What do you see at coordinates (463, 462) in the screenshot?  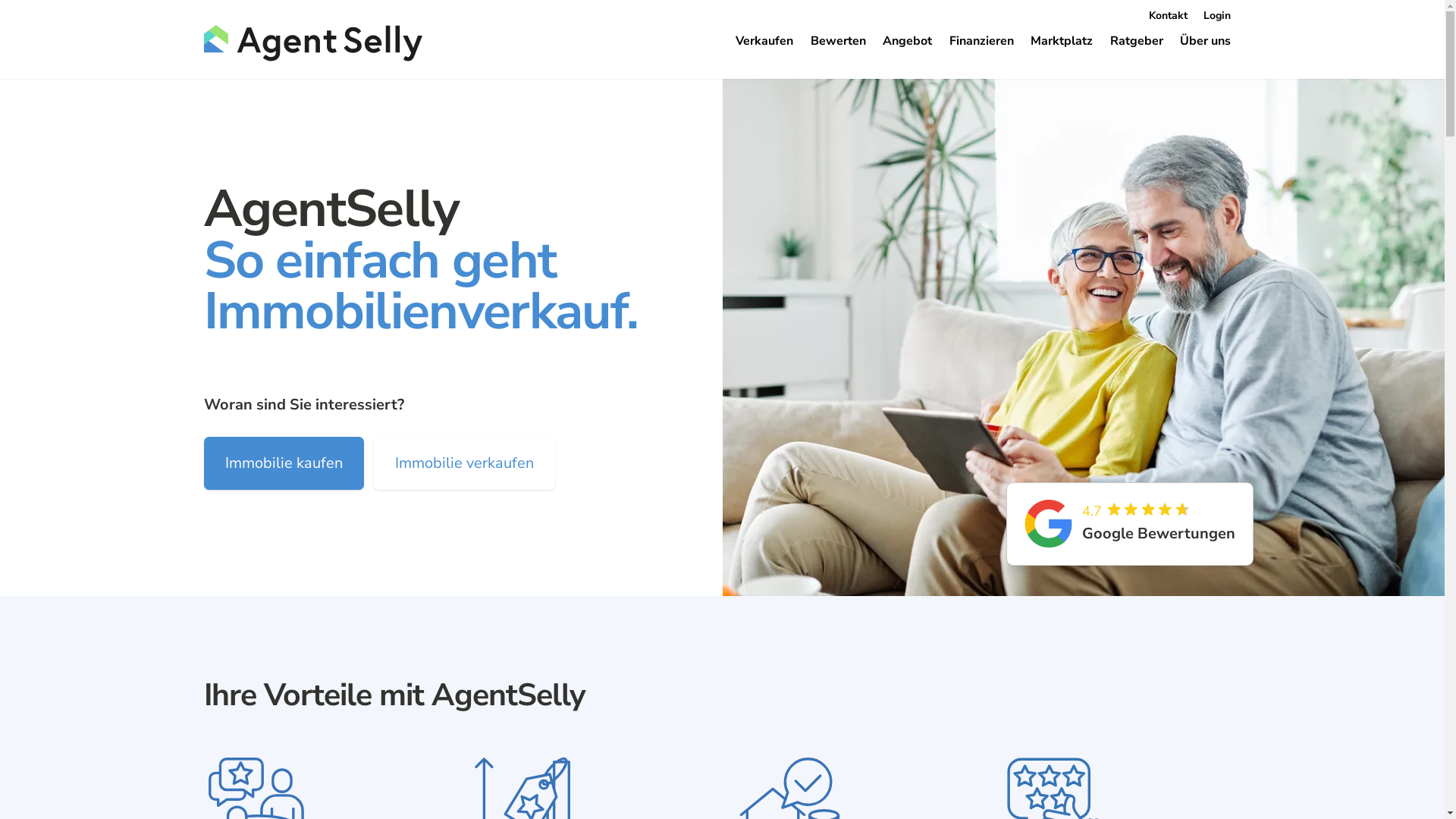 I see `'Immobilie verkaufen'` at bounding box center [463, 462].